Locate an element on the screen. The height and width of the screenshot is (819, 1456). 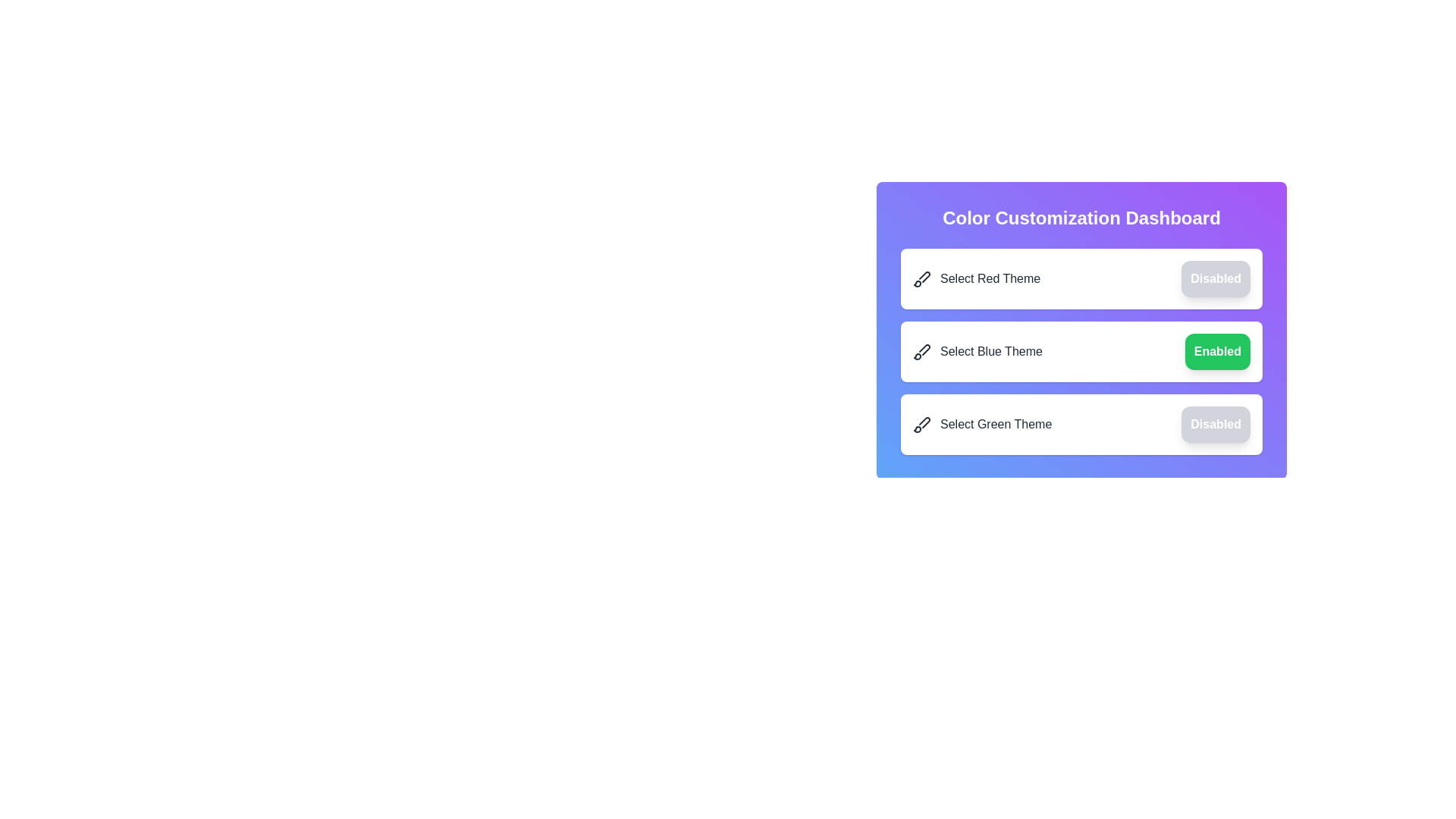
the button corresponding to Green theme to observe any interactive feedback is located at coordinates (1216, 424).